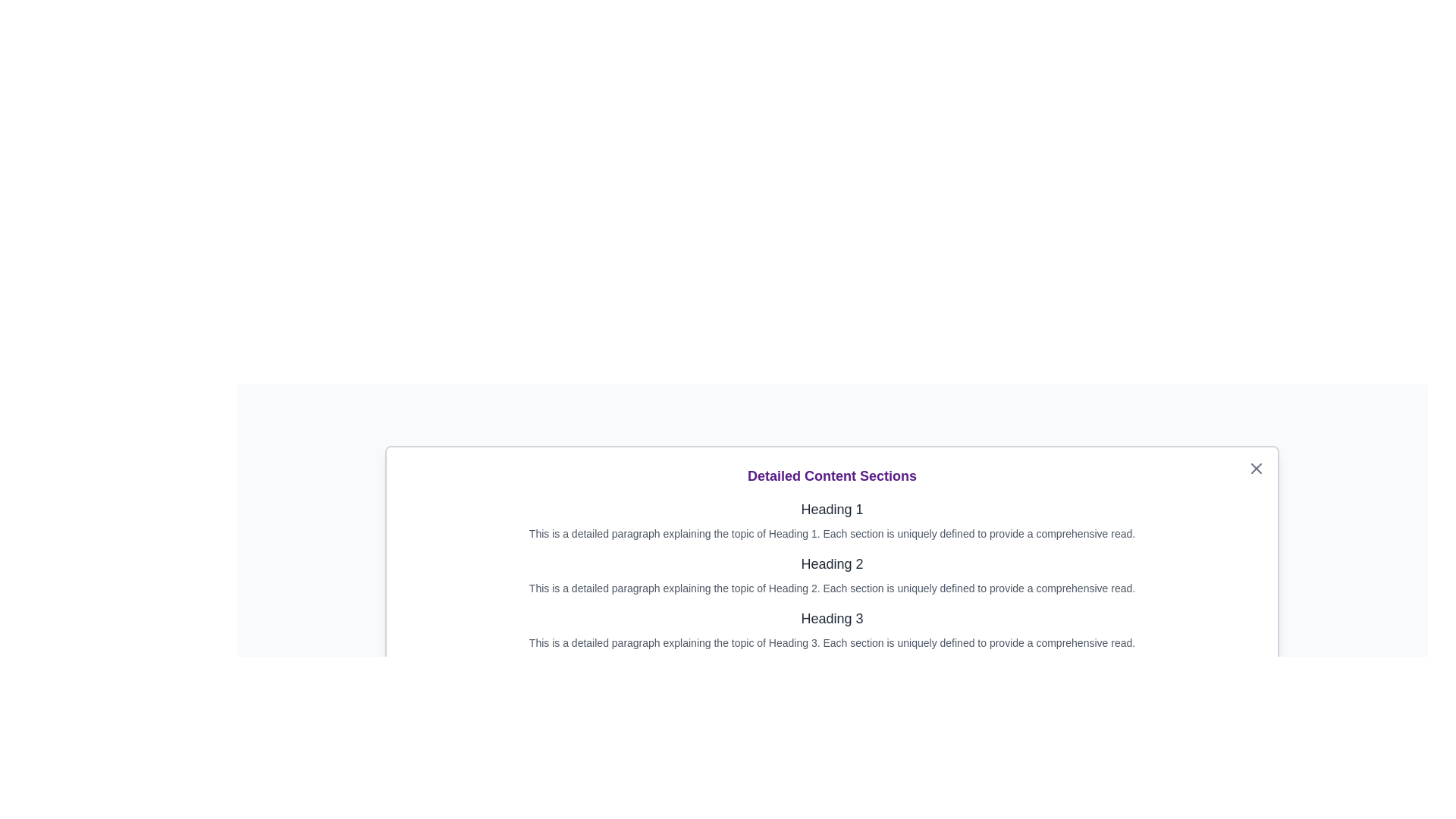  Describe the element at coordinates (1256, 467) in the screenshot. I see `the close button at the top-right corner of the dialog to close it` at that location.